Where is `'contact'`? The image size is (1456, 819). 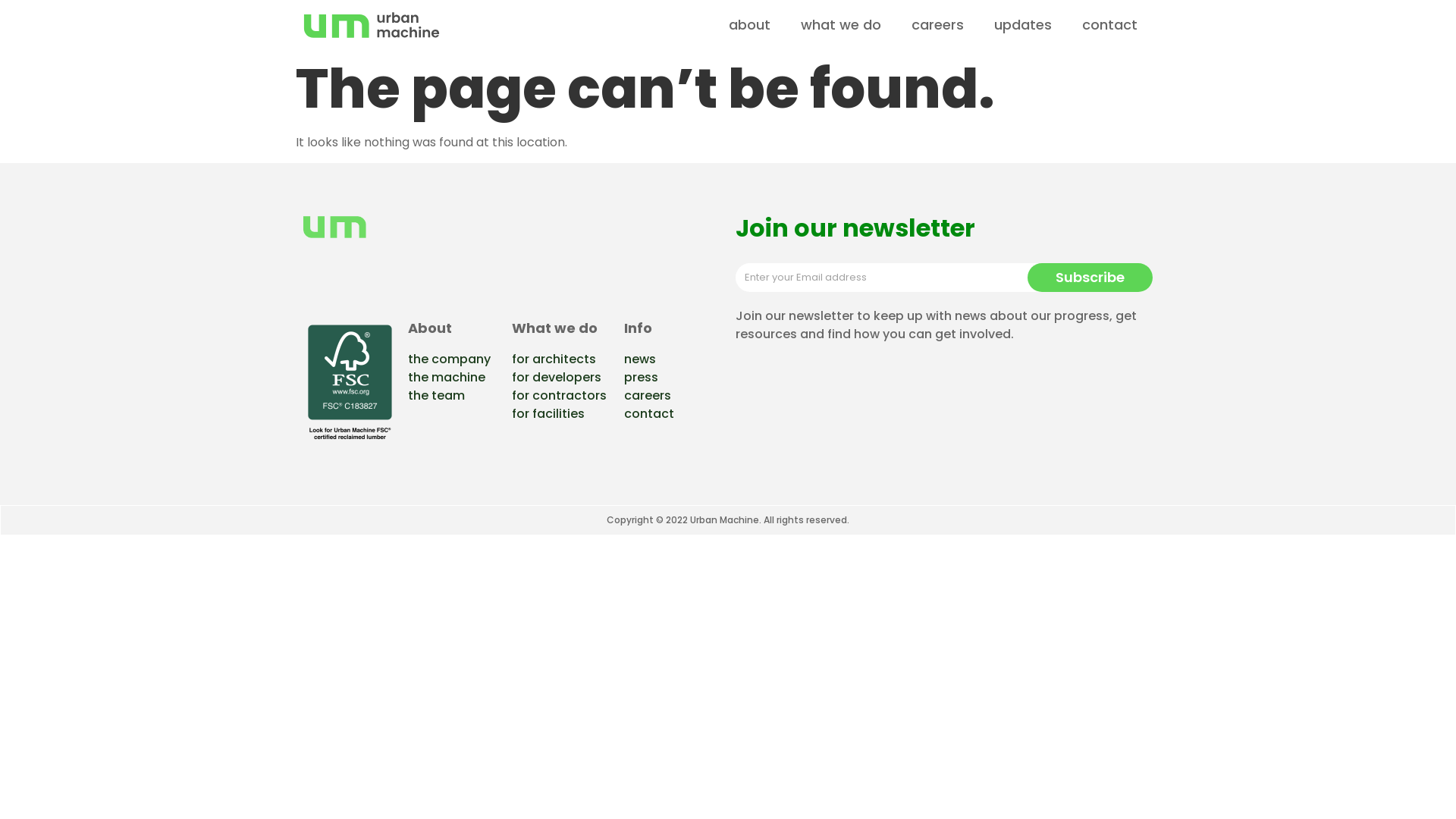 'contact' is located at coordinates (623, 413).